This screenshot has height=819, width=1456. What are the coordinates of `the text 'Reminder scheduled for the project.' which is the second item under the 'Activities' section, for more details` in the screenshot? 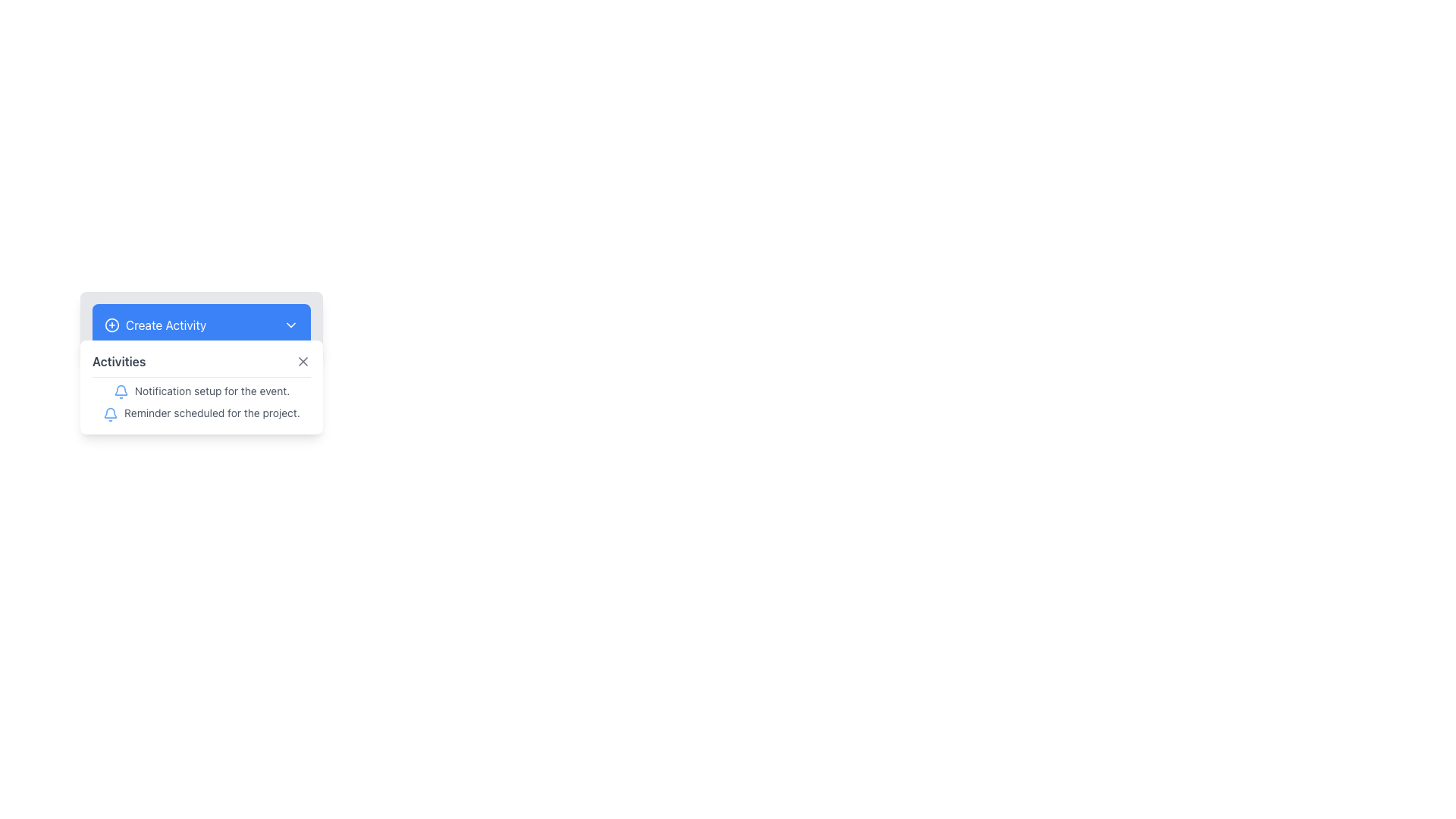 It's located at (200, 413).